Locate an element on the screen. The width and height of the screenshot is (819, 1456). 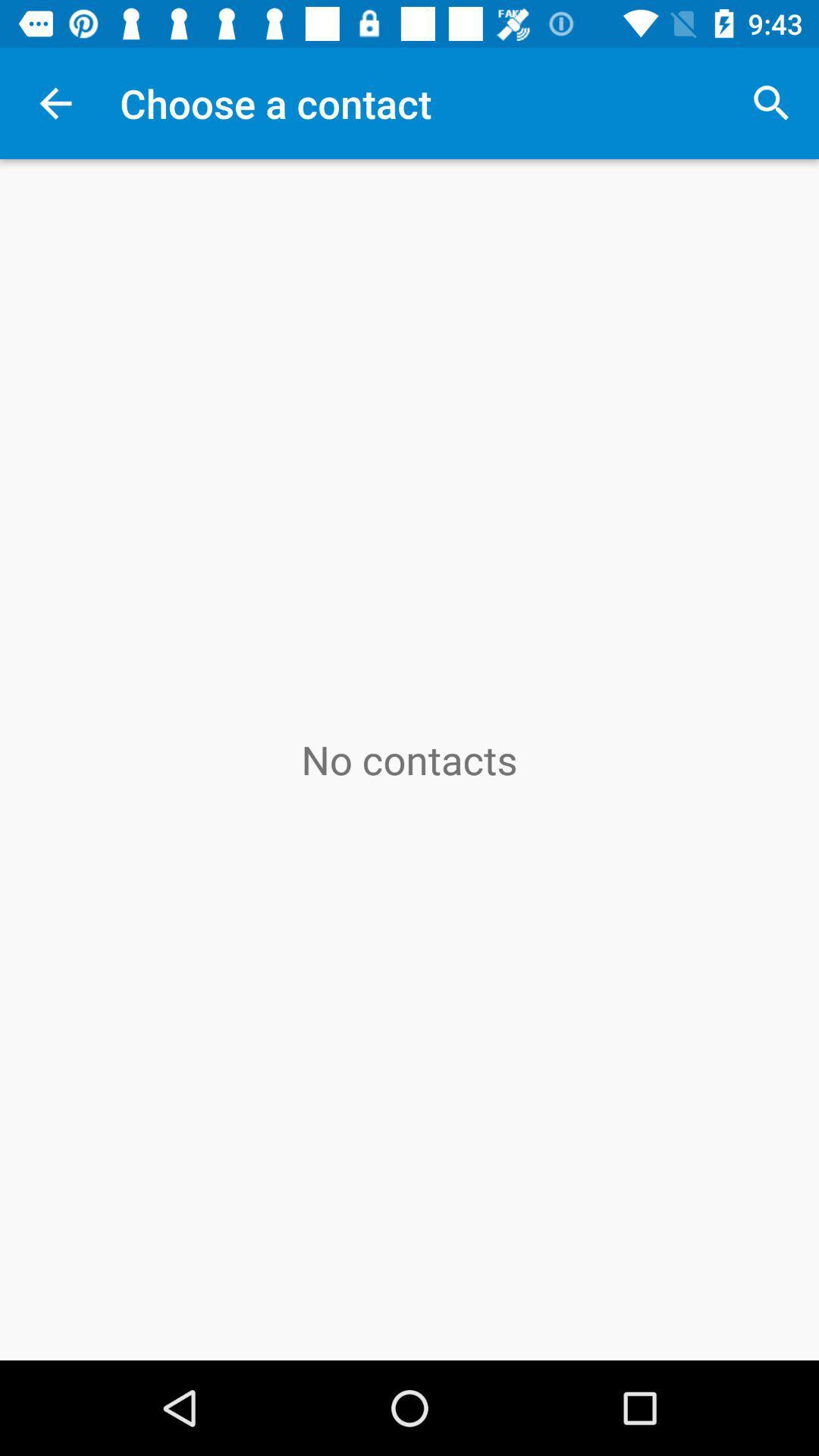
icon to the right of choose a contact app is located at coordinates (771, 102).